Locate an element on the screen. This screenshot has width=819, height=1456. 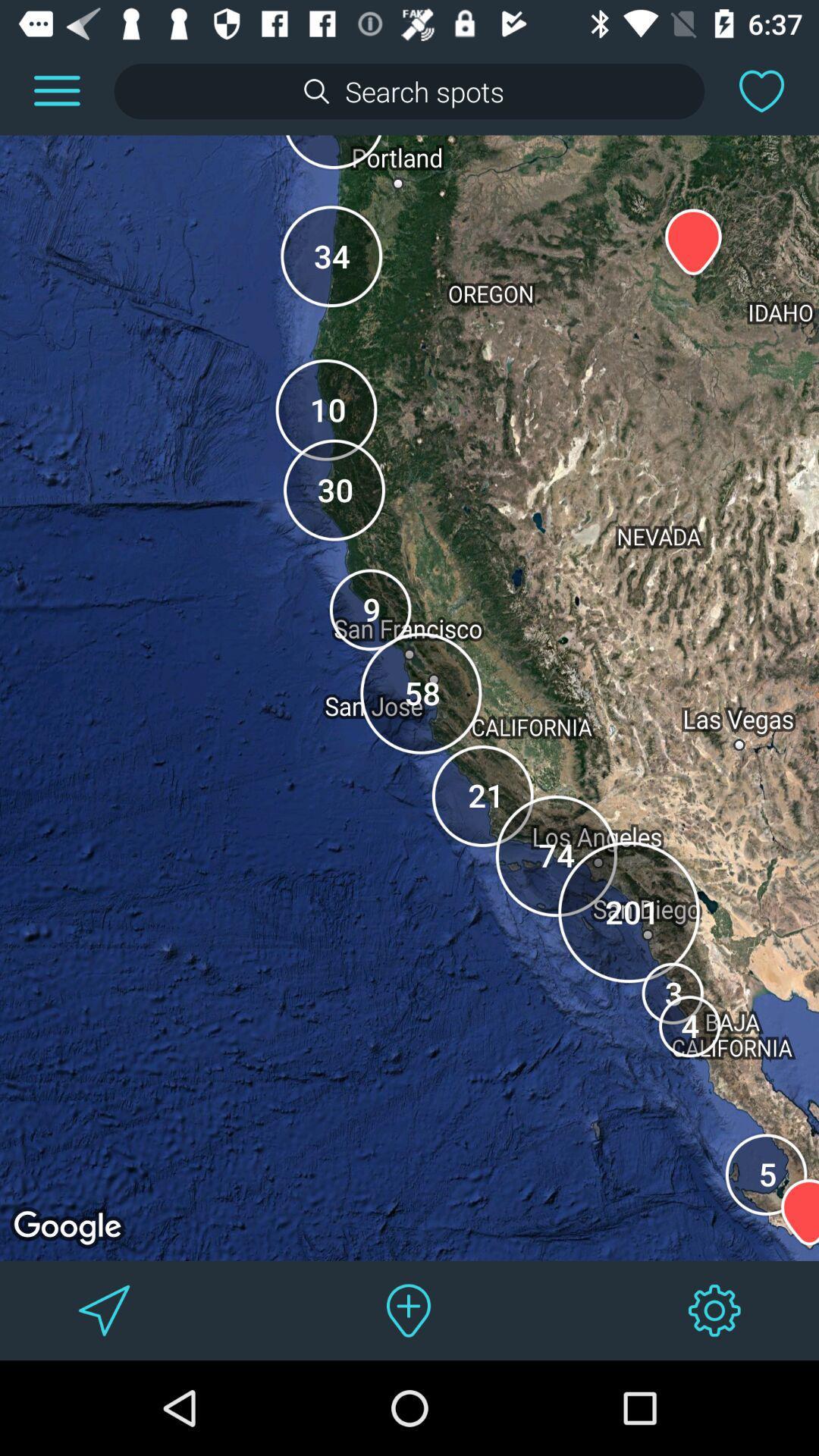
search spots is located at coordinates (409, 90).